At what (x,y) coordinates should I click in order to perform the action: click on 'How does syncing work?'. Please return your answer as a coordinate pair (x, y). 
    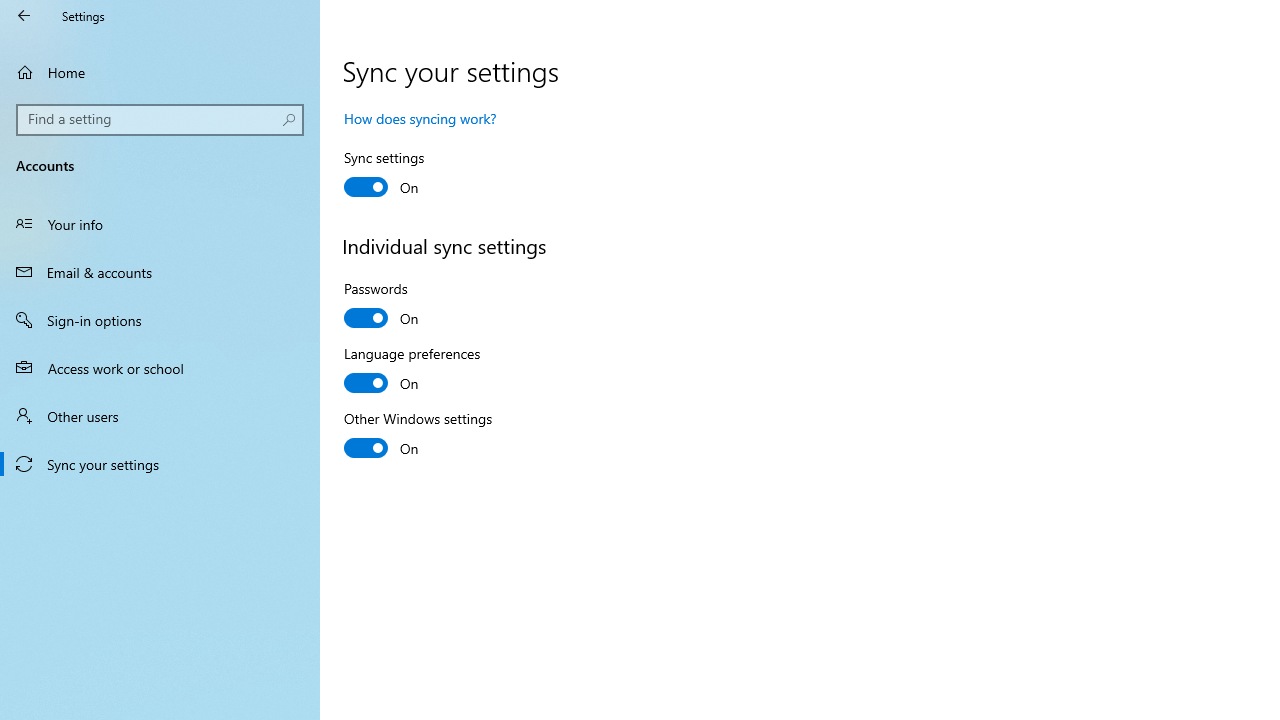
    Looking at the image, I should click on (419, 118).